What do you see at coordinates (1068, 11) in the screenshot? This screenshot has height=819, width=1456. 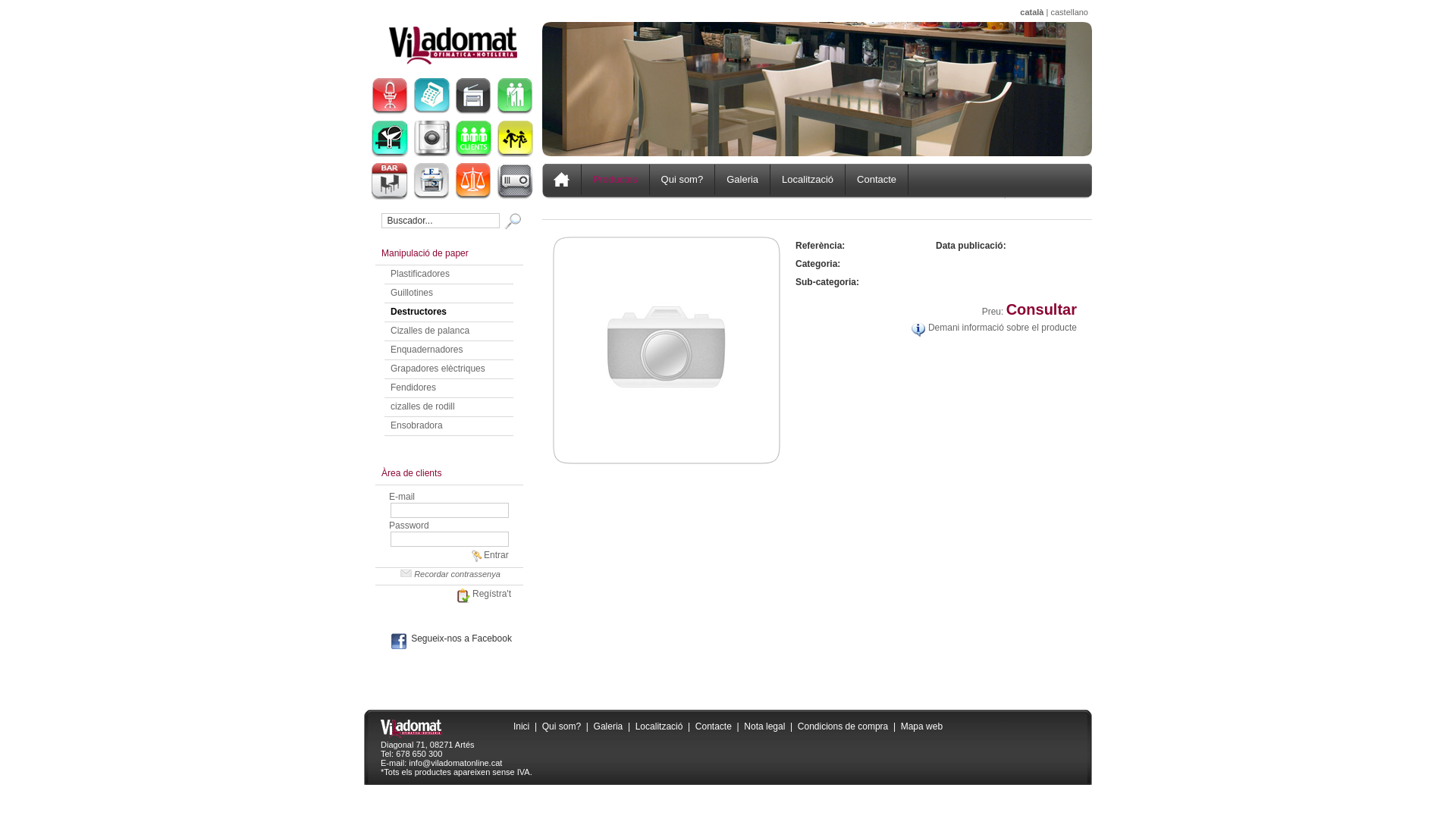 I see `'castellano'` at bounding box center [1068, 11].